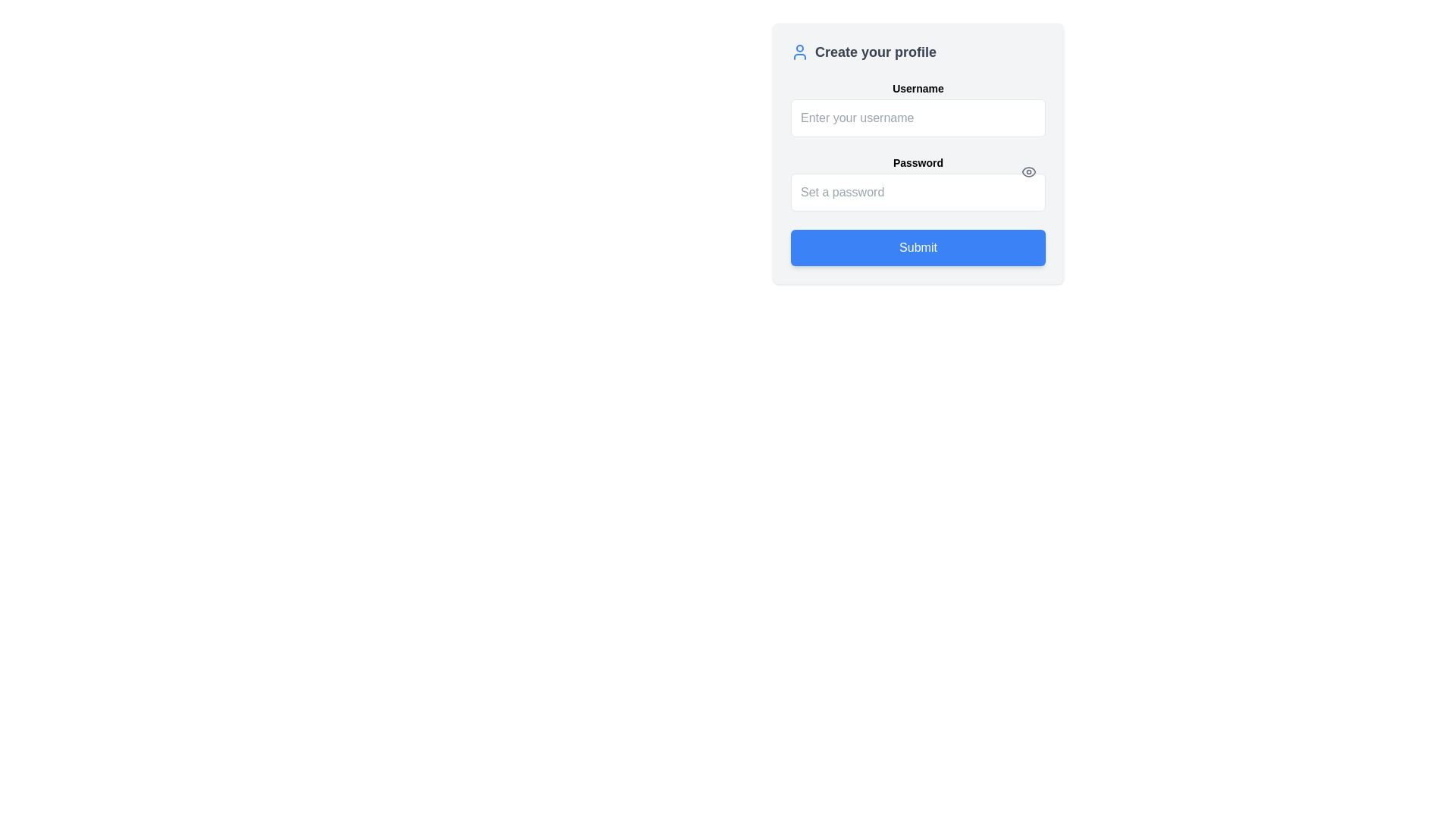 The width and height of the screenshot is (1456, 819). What do you see at coordinates (917, 163) in the screenshot?
I see `the label for the password input field, which is located below the 'Username' label and above the password input field in the form` at bounding box center [917, 163].